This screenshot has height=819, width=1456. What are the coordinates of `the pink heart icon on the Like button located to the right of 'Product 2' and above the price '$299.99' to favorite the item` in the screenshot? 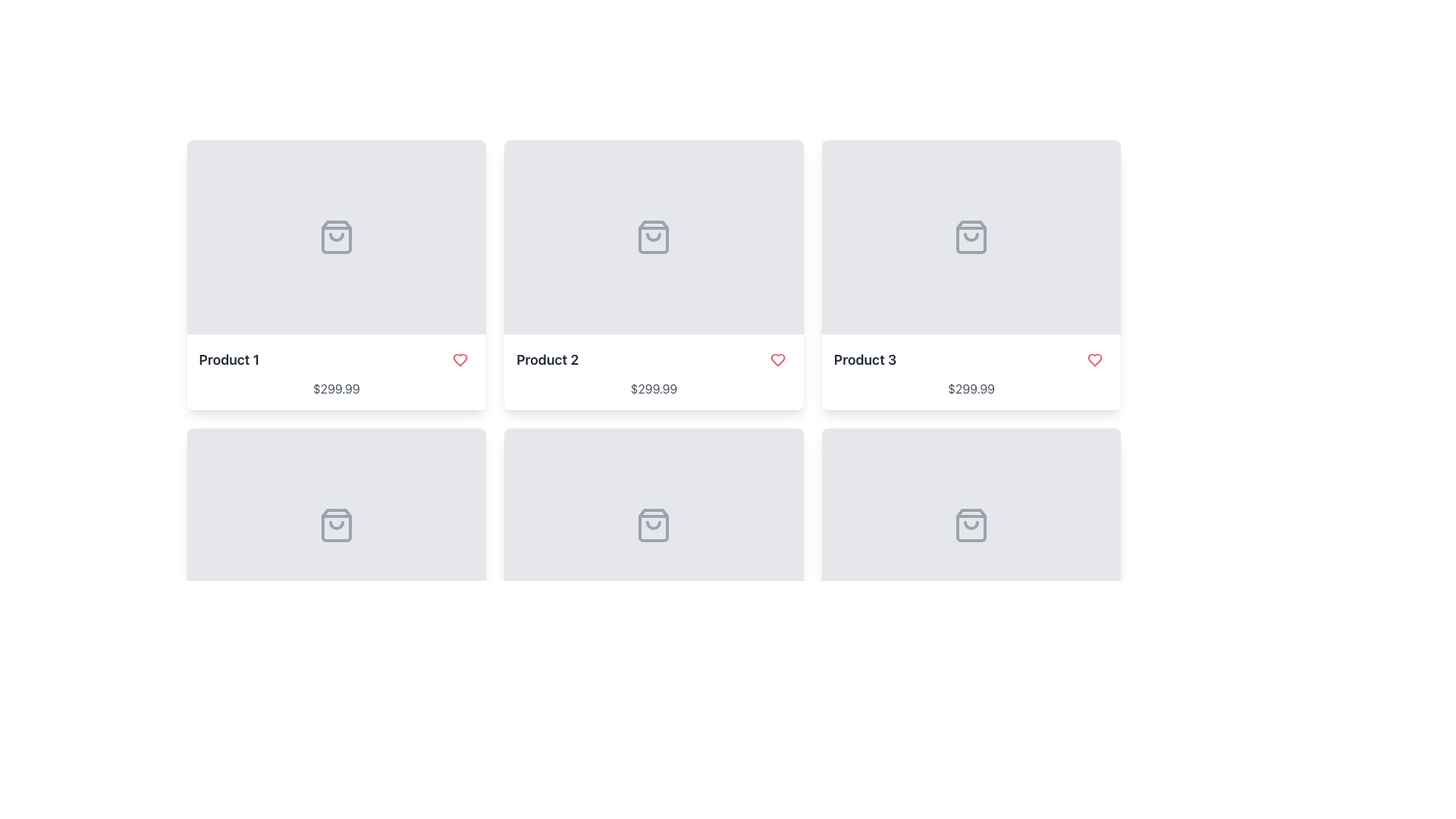 It's located at (777, 359).